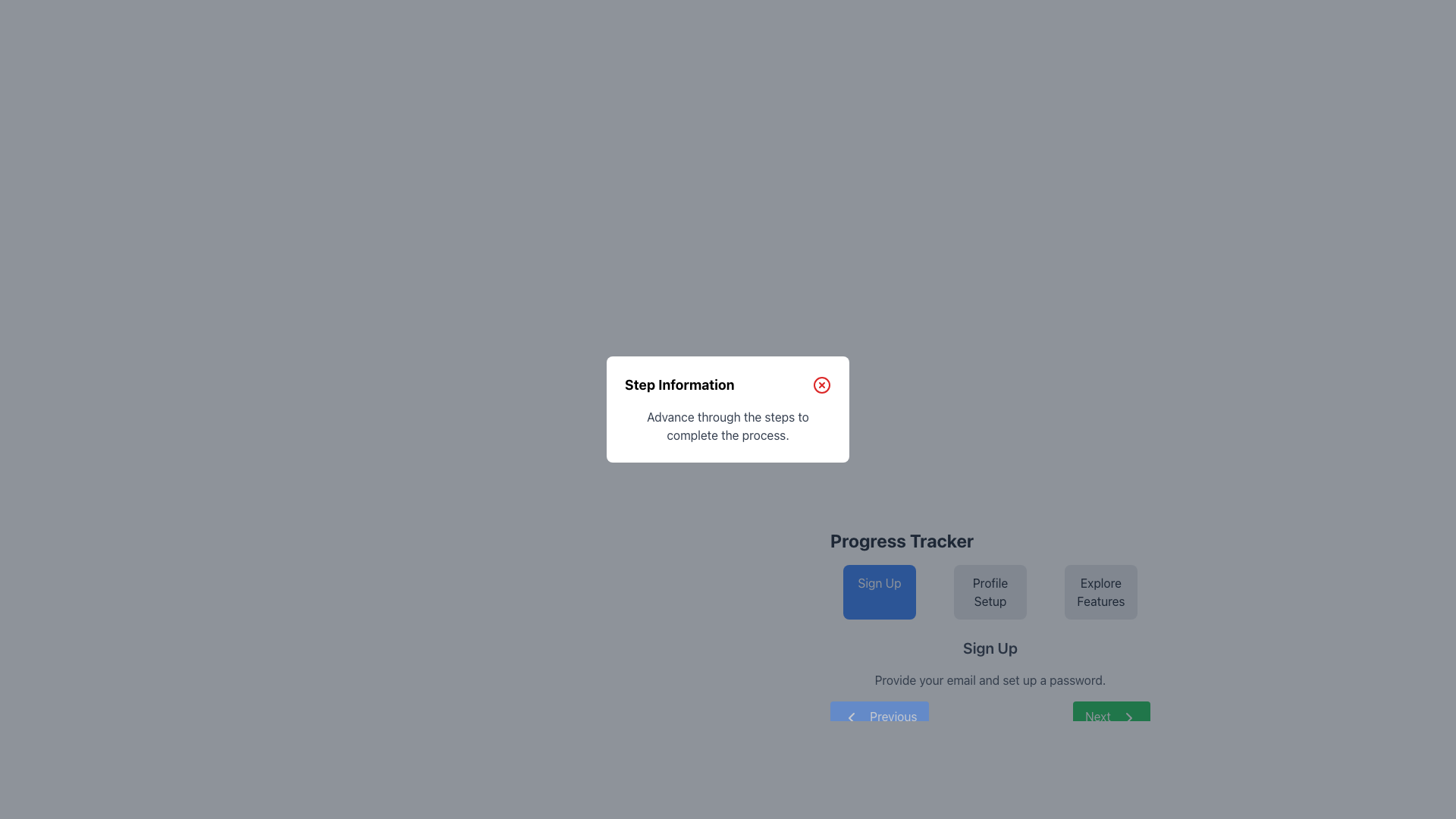  I want to click on the second button in the Progress Tracker section, so click(990, 605).